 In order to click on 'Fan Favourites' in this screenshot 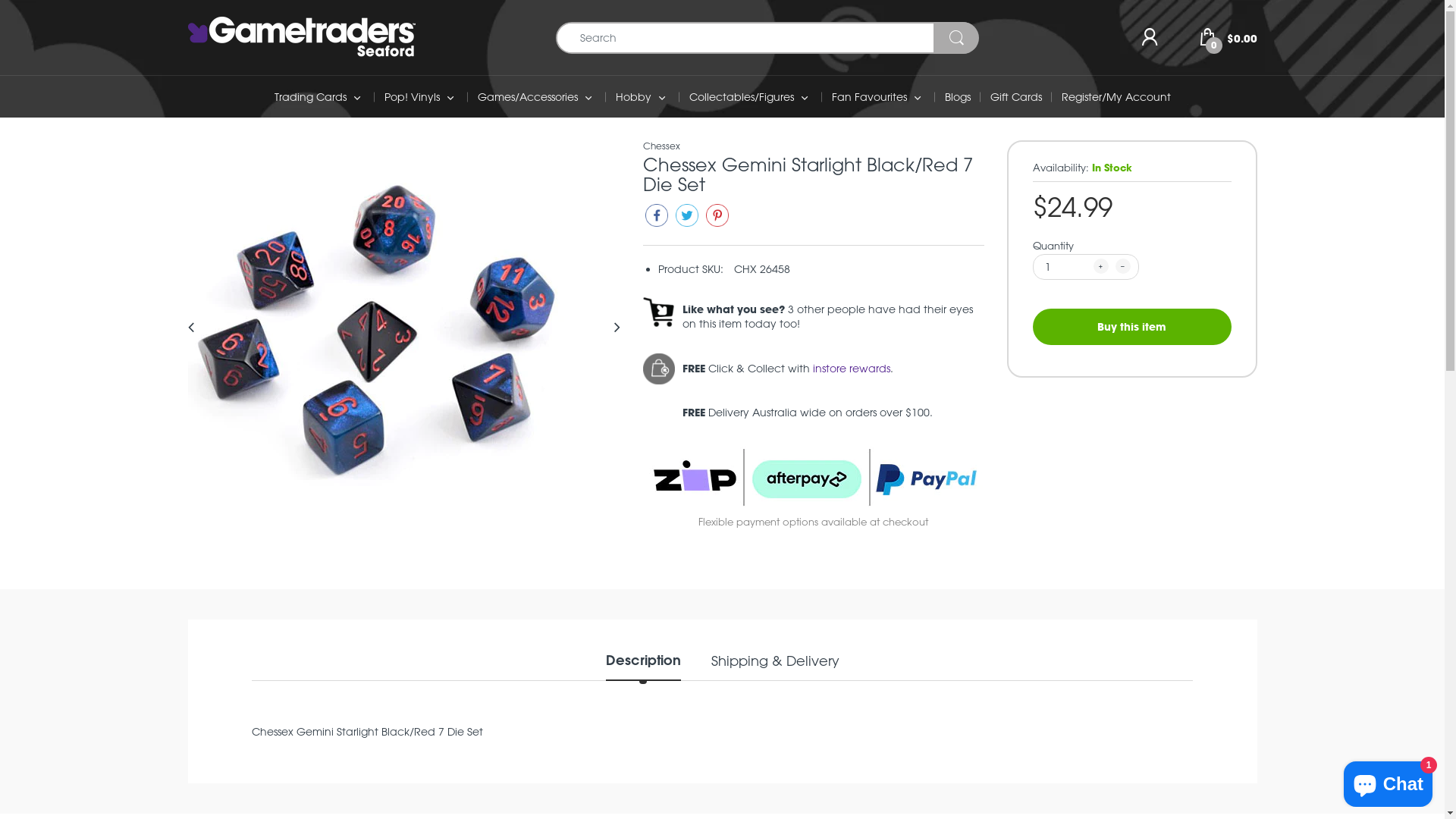, I will do `click(868, 96)`.